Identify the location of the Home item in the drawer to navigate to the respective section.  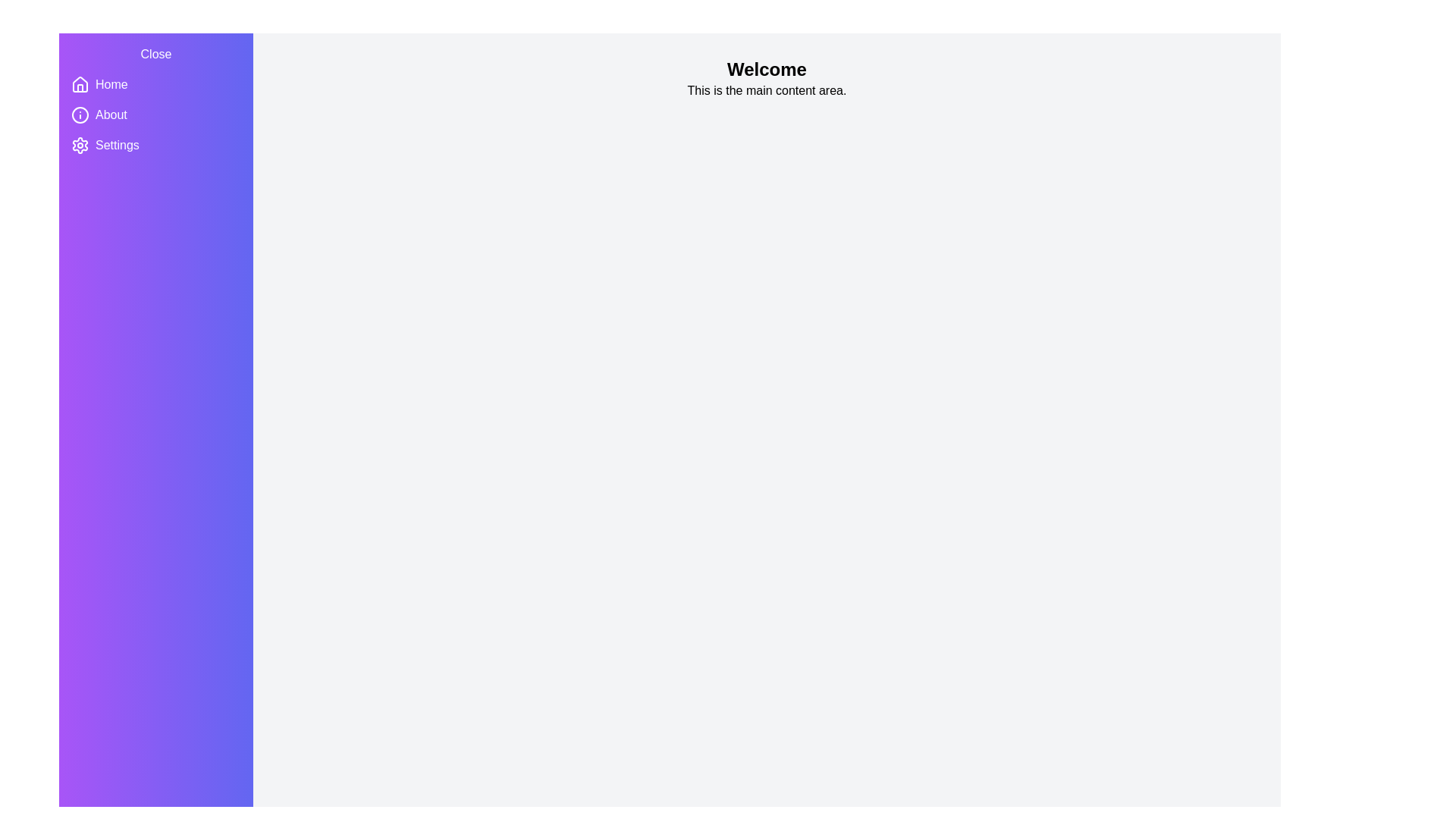
(111, 84).